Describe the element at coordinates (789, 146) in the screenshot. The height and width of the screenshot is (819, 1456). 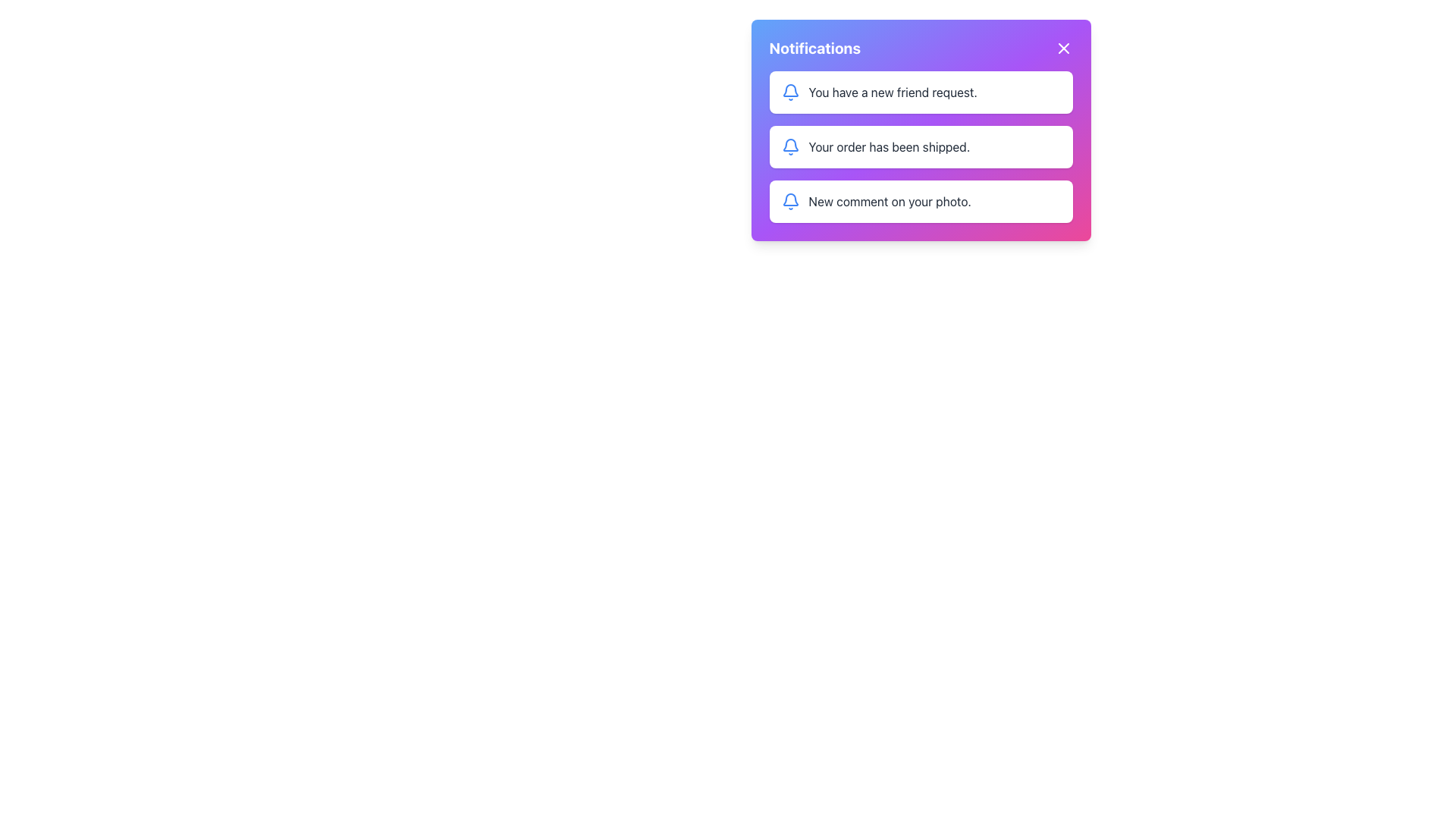
I see `the blue bell icon located to the left of the 'Your order has been shipped.' text` at that location.